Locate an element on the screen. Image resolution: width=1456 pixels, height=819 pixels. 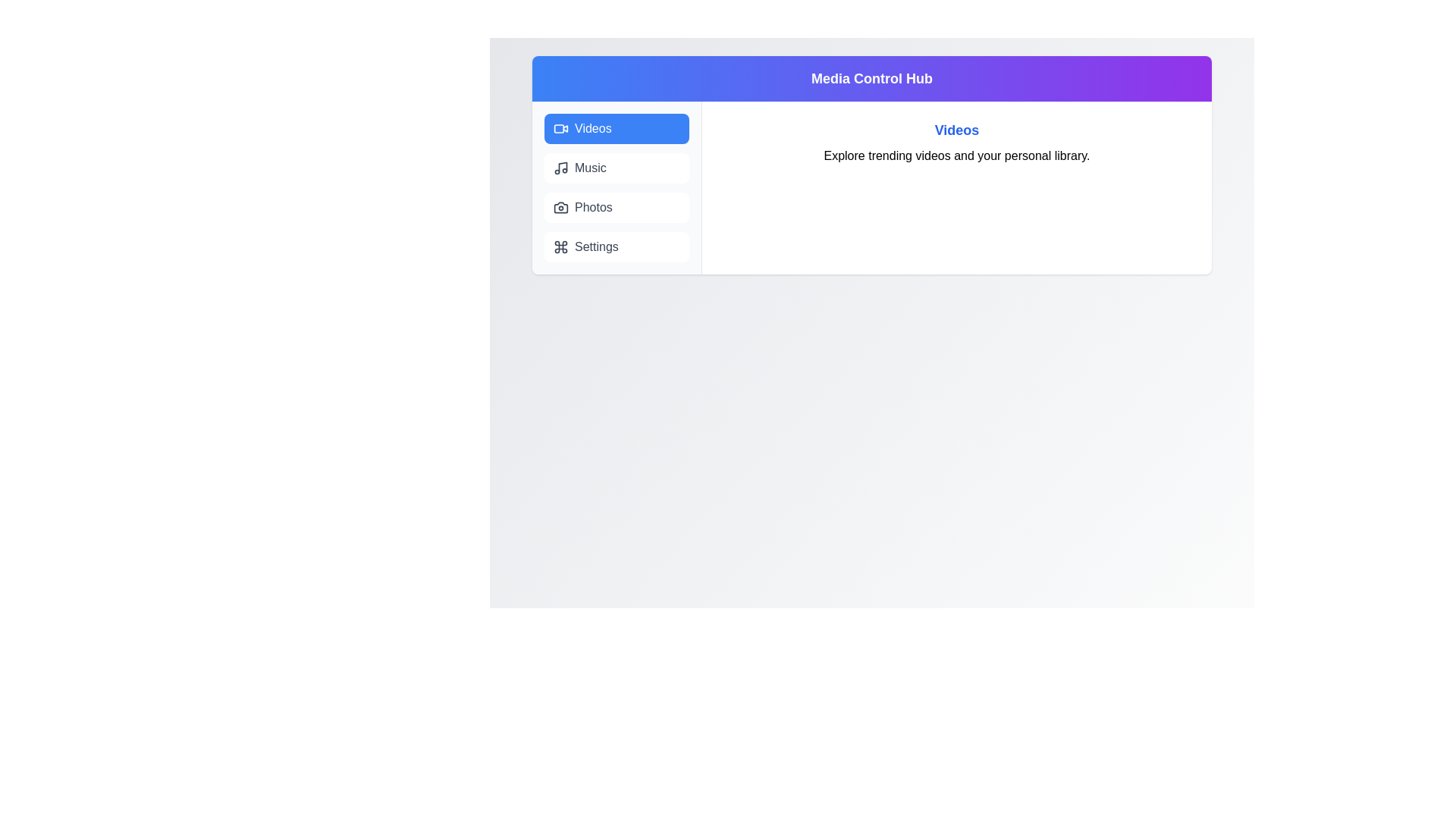
the Music tab to view its content is located at coordinates (617, 168).